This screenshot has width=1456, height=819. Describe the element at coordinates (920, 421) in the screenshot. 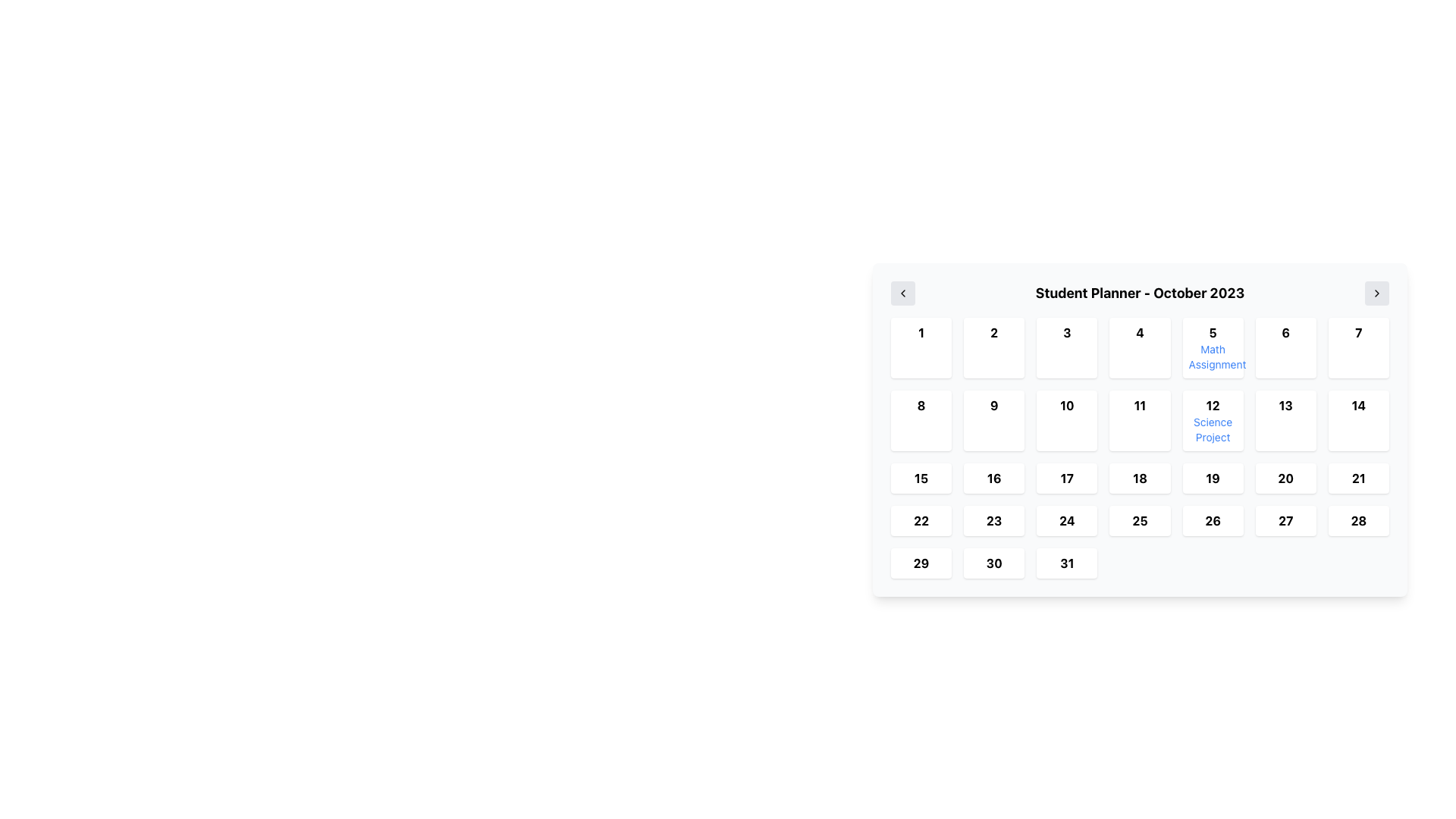

I see `the small square-shaped Calendar day box with the bold number '8' centered inside` at that location.